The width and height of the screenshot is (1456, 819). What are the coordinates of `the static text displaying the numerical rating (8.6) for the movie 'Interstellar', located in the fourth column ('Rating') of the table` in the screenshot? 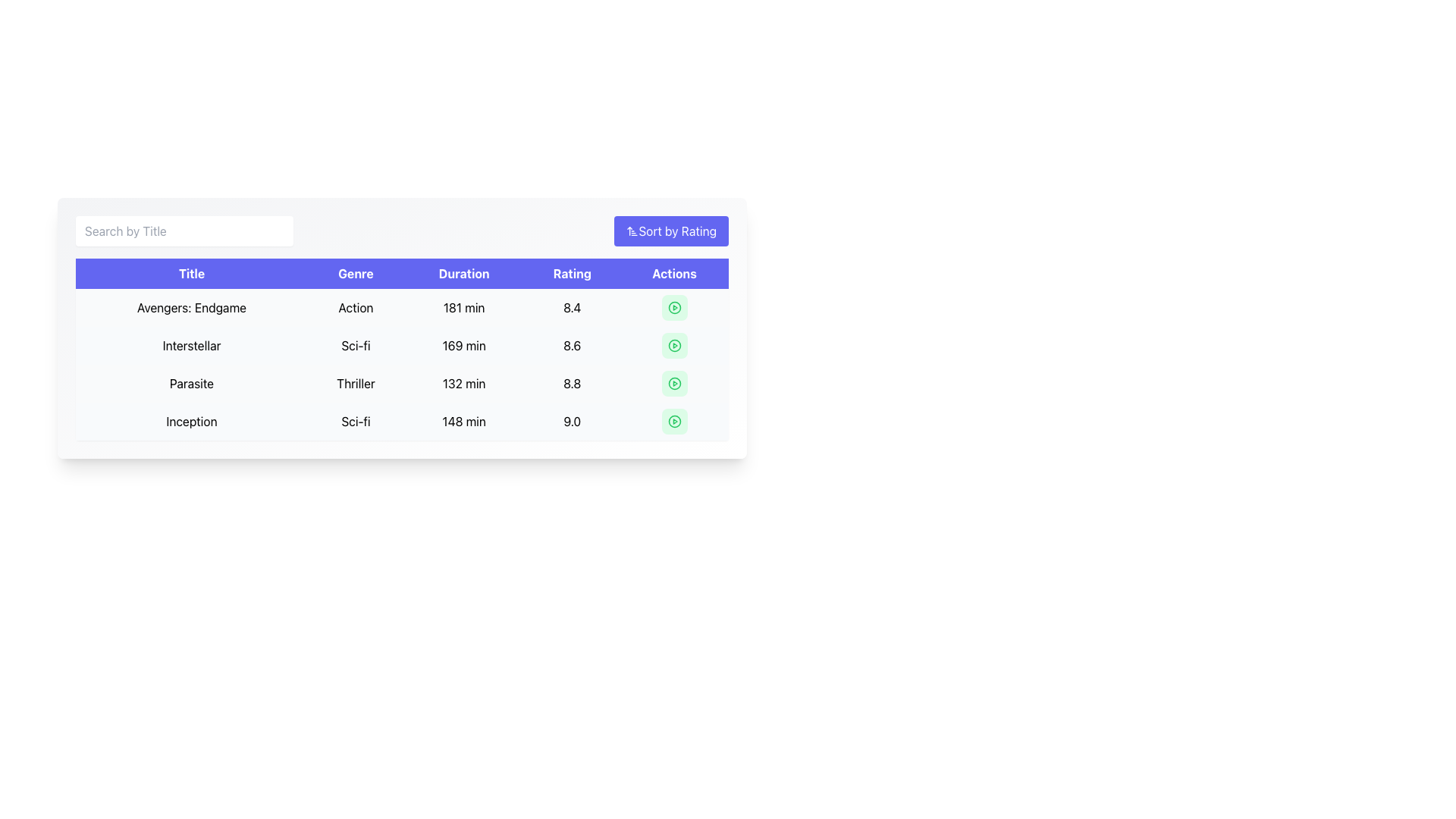 It's located at (571, 345).